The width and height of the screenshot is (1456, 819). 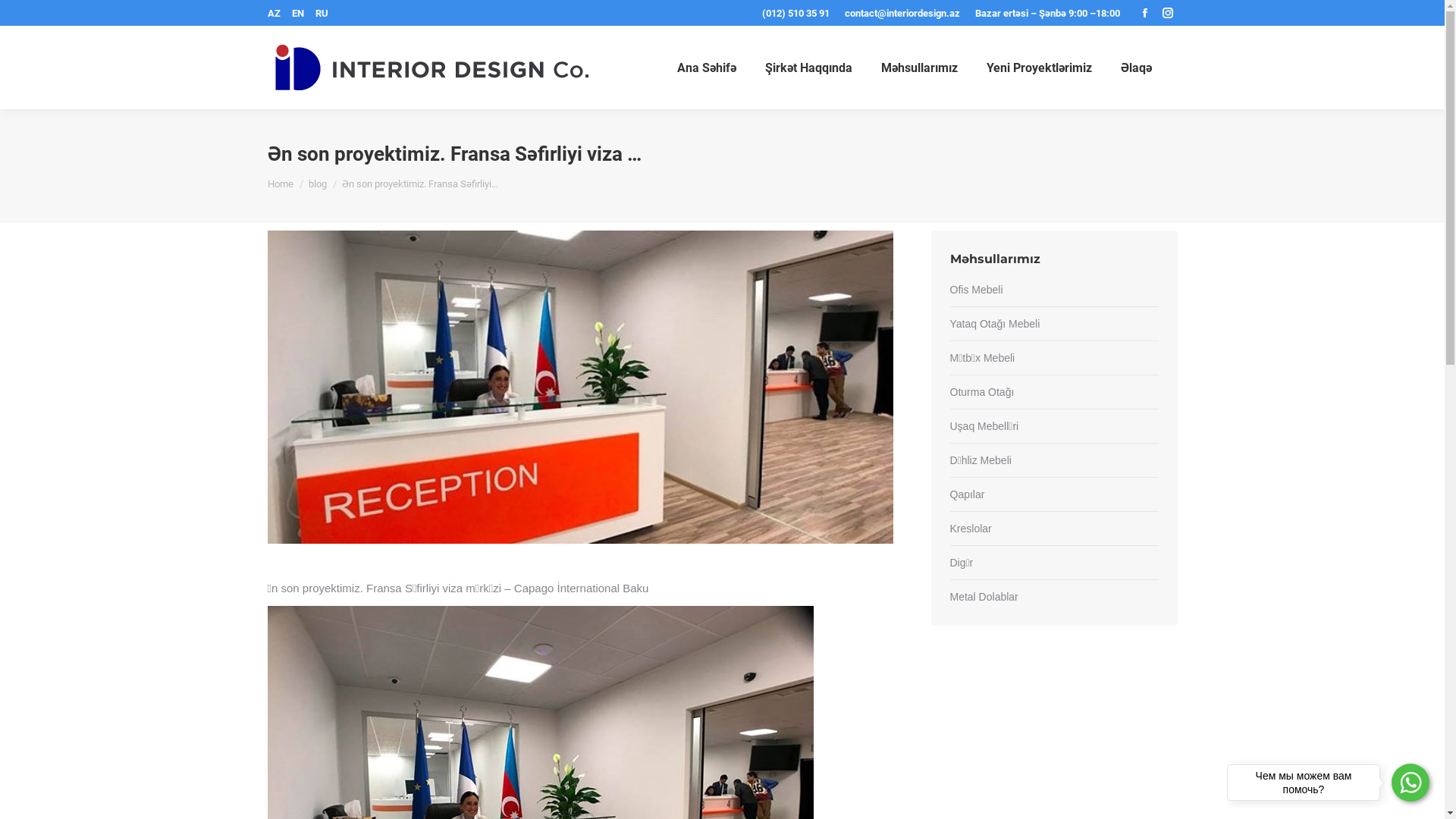 What do you see at coordinates (1144, 12) in the screenshot?
I see `'Facebook page opens in new window'` at bounding box center [1144, 12].